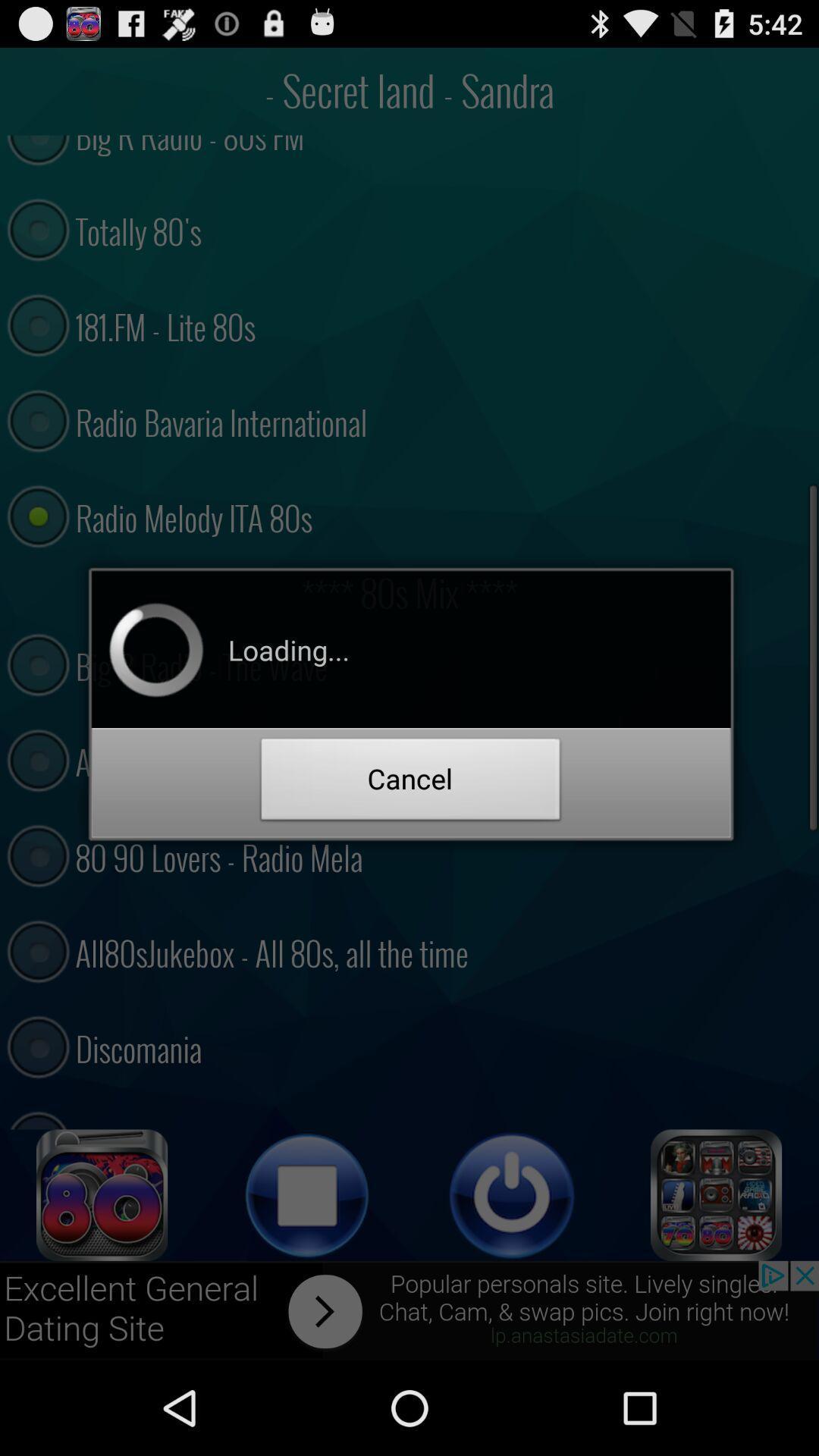 This screenshot has height=1456, width=819. What do you see at coordinates (102, 1194) in the screenshot?
I see `dating site` at bounding box center [102, 1194].